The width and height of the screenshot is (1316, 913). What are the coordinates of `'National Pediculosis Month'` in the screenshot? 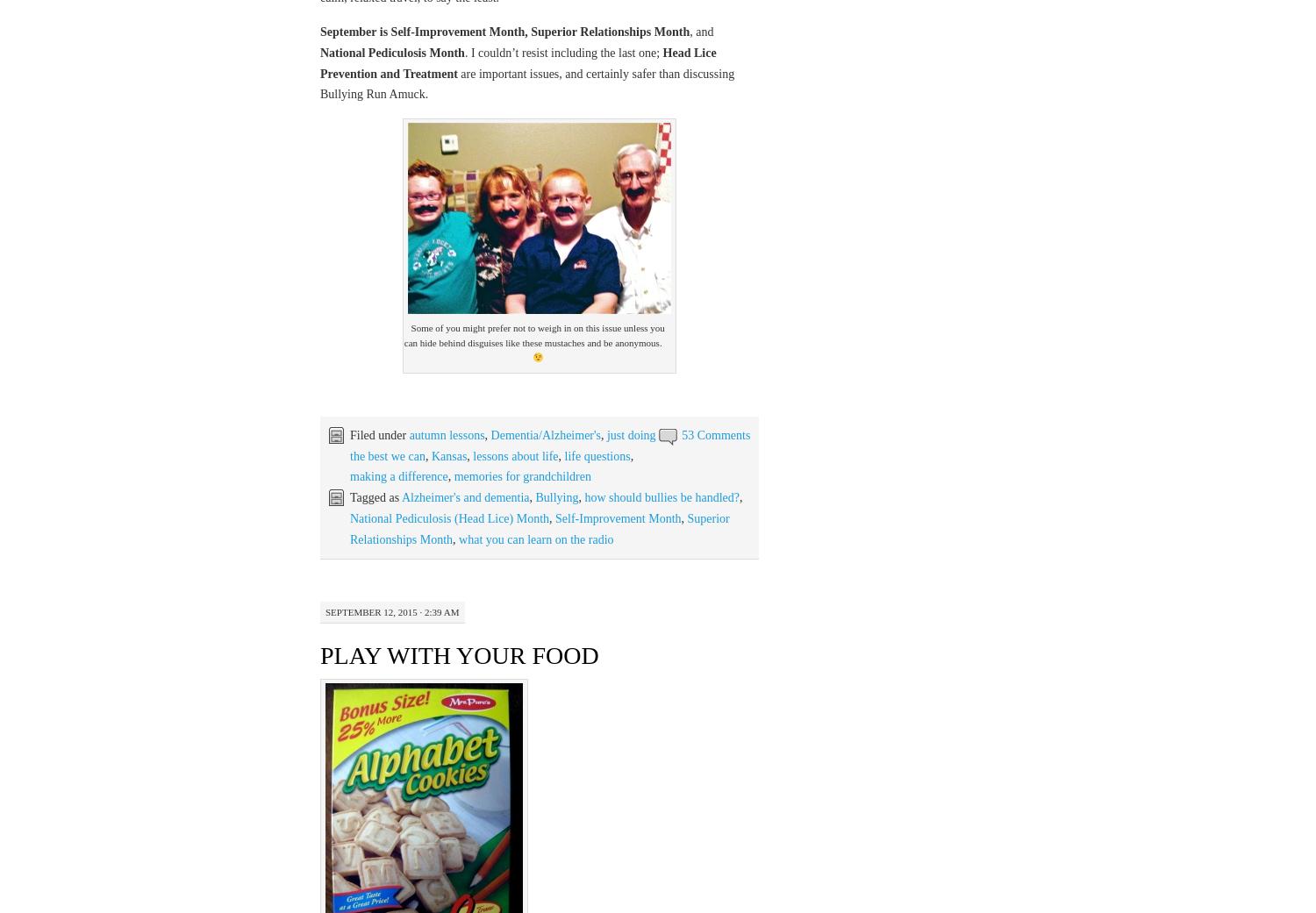 It's located at (391, 51).